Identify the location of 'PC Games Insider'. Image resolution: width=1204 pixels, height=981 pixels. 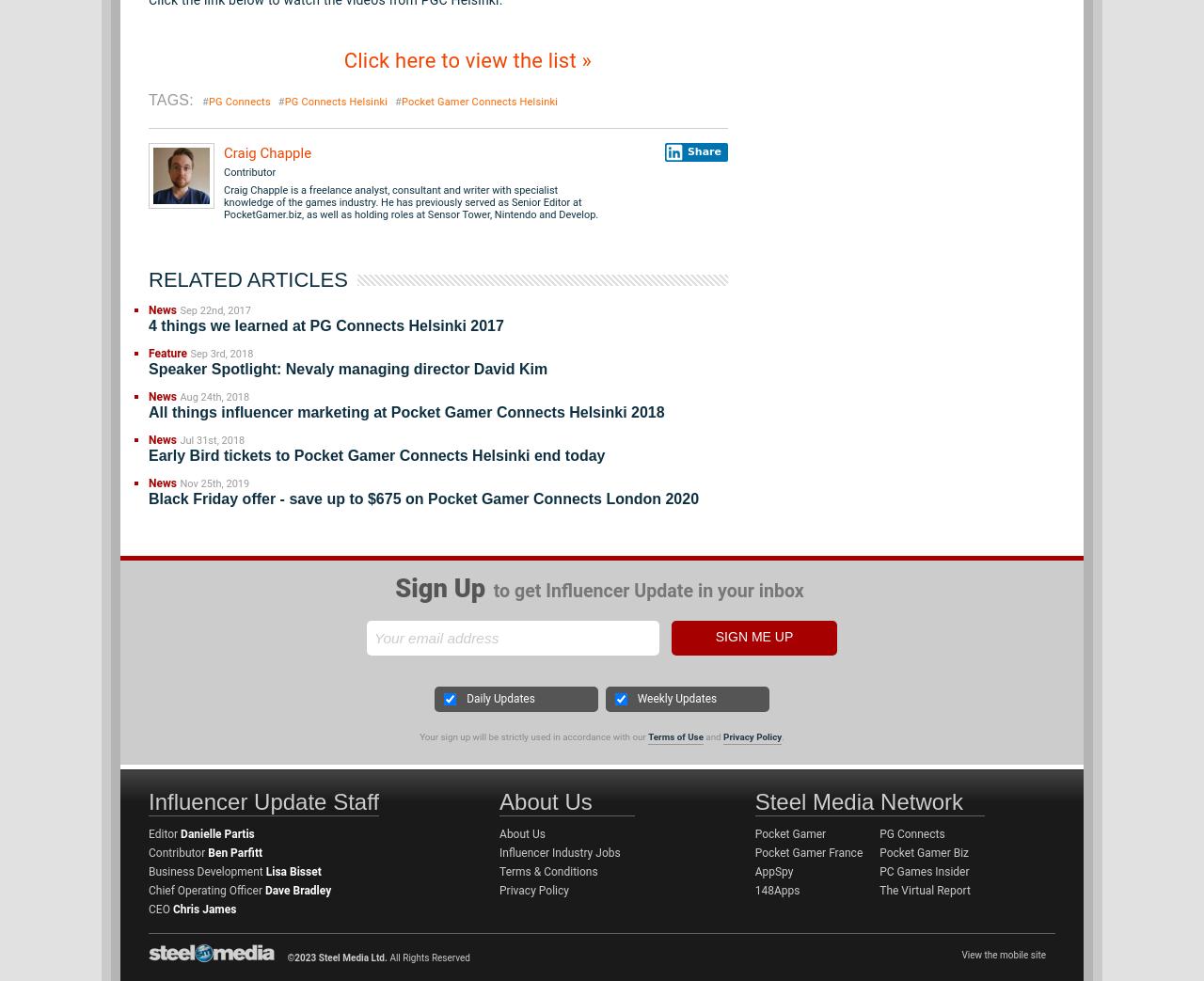
(879, 871).